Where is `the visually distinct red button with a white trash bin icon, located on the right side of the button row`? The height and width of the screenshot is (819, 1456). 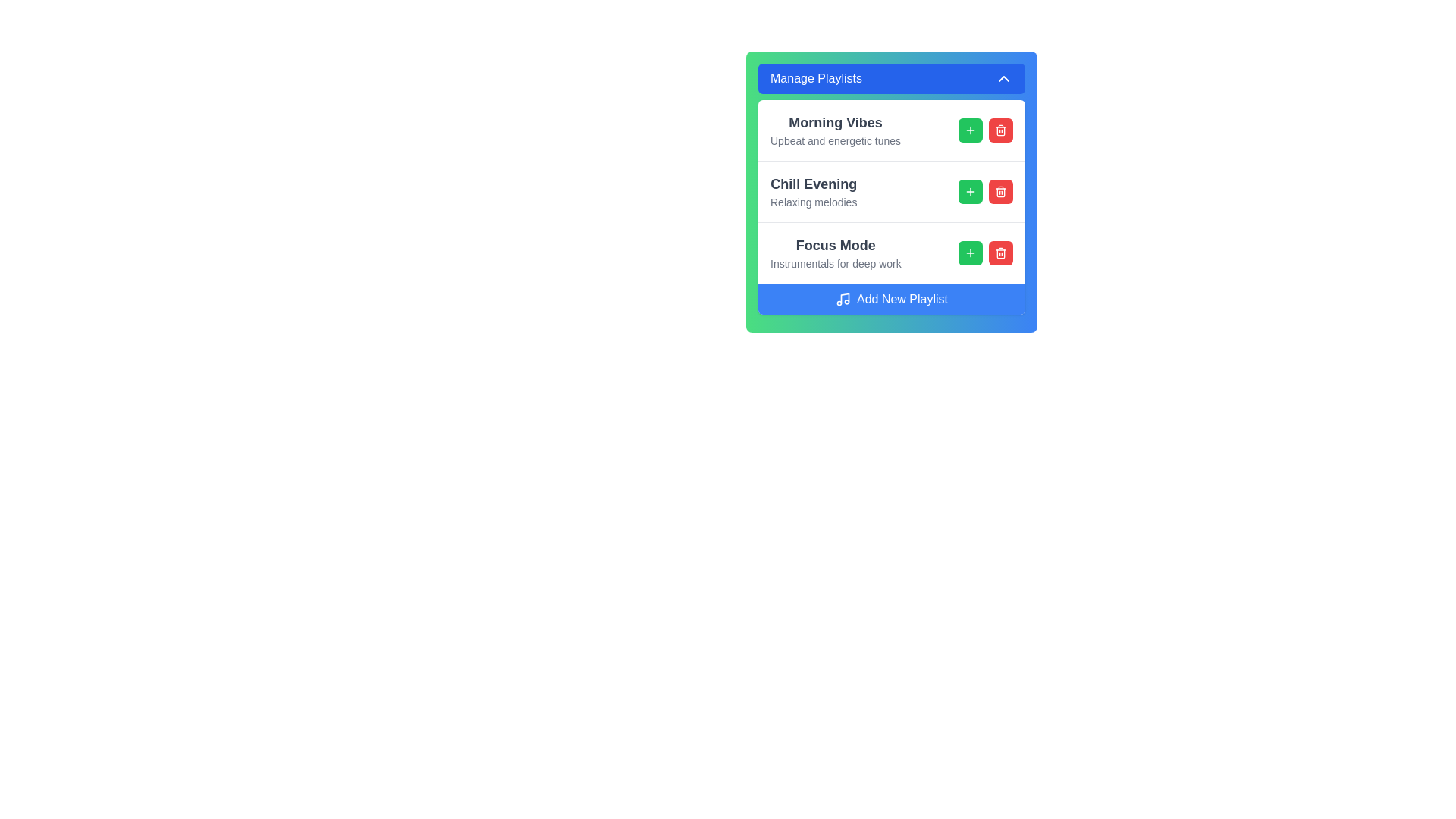 the visually distinct red button with a white trash bin icon, located on the right side of the button row is located at coordinates (1001, 130).